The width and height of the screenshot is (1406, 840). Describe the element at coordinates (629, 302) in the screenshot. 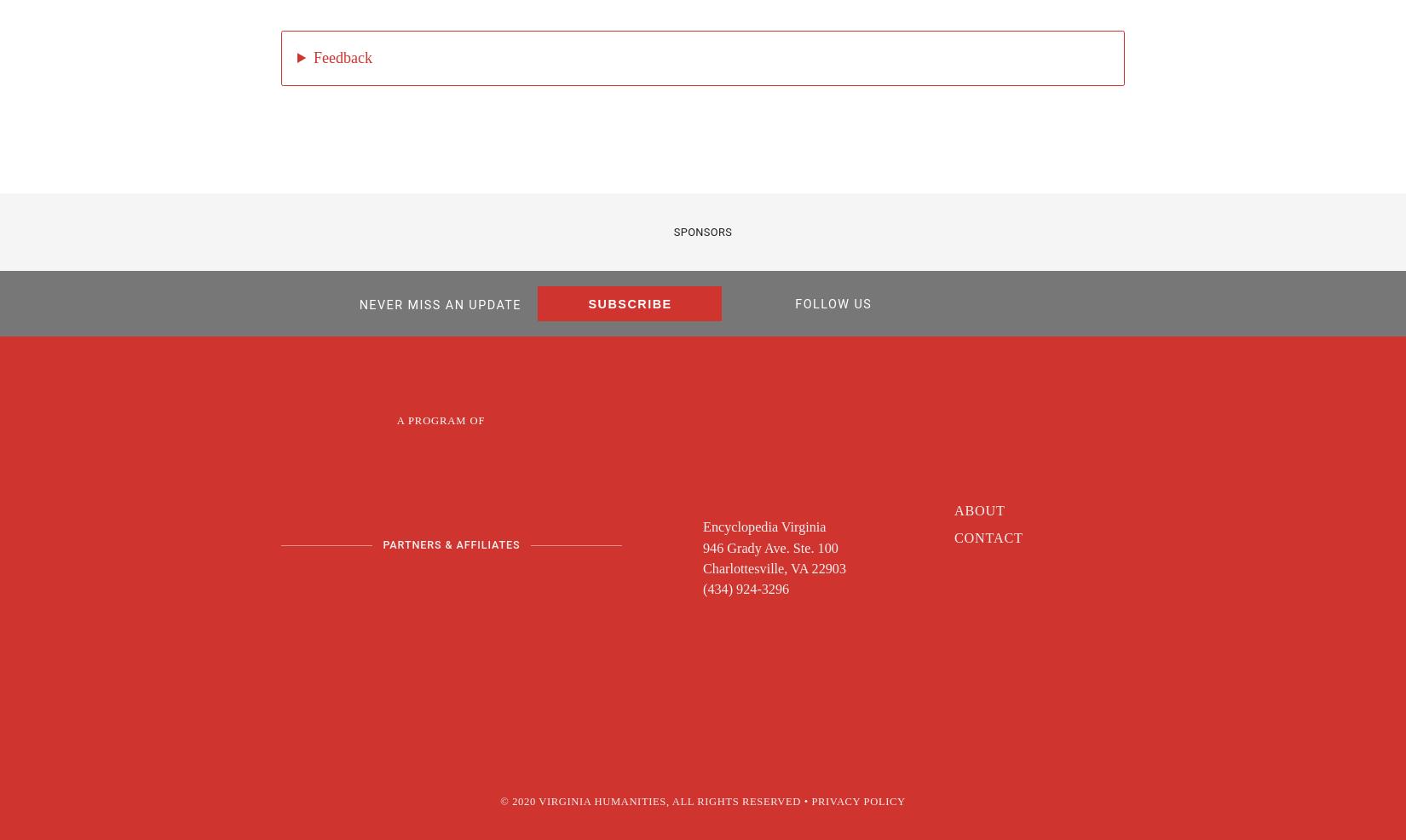

I see `'Subscribe'` at that location.